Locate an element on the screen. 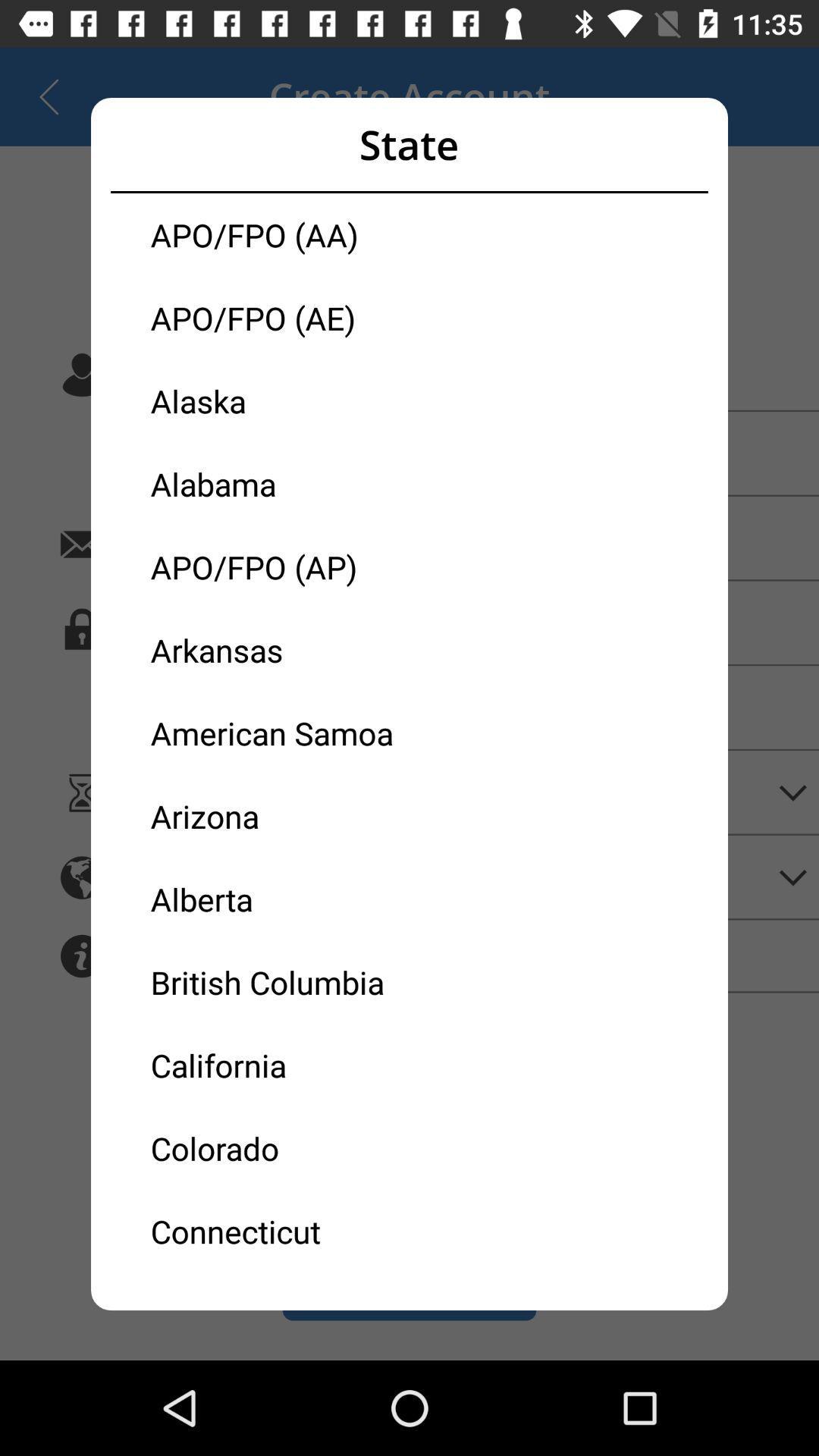 Image resolution: width=819 pixels, height=1456 pixels. icon above the california is located at coordinates (280, 982).